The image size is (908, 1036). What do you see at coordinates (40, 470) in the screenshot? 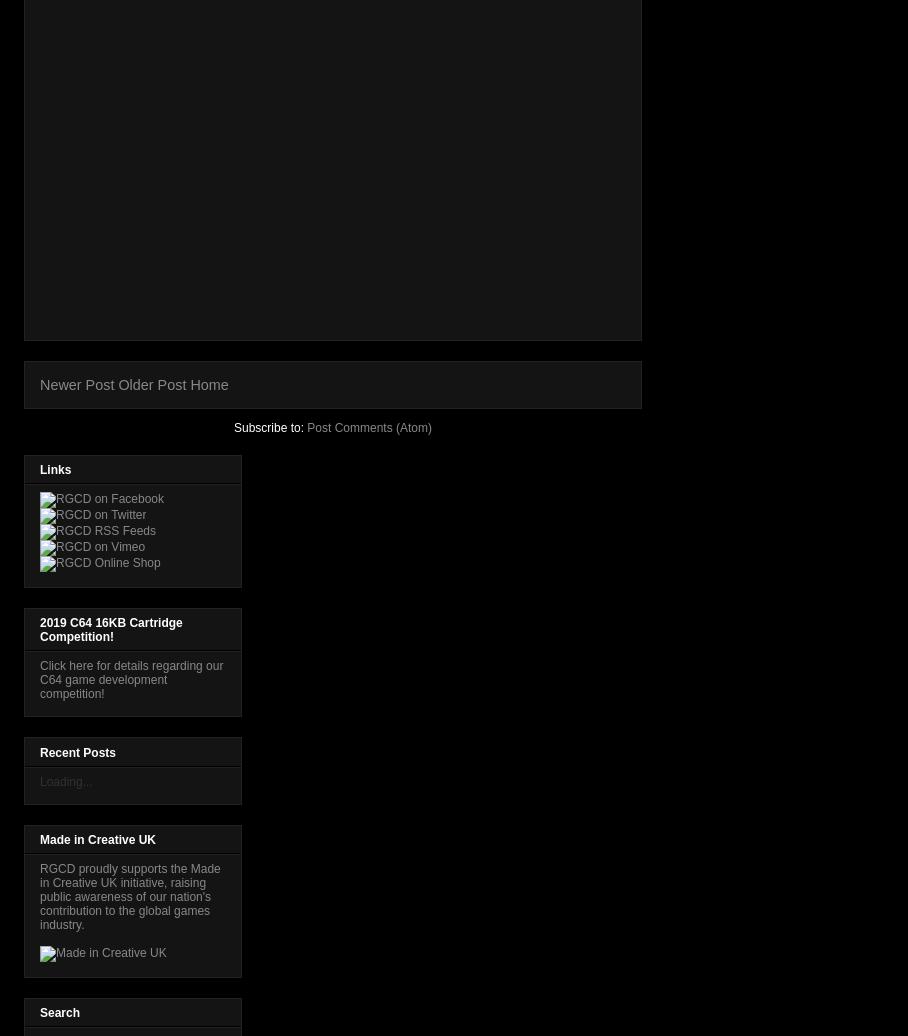
I see `'Links'` at bounding box center [40, 470].